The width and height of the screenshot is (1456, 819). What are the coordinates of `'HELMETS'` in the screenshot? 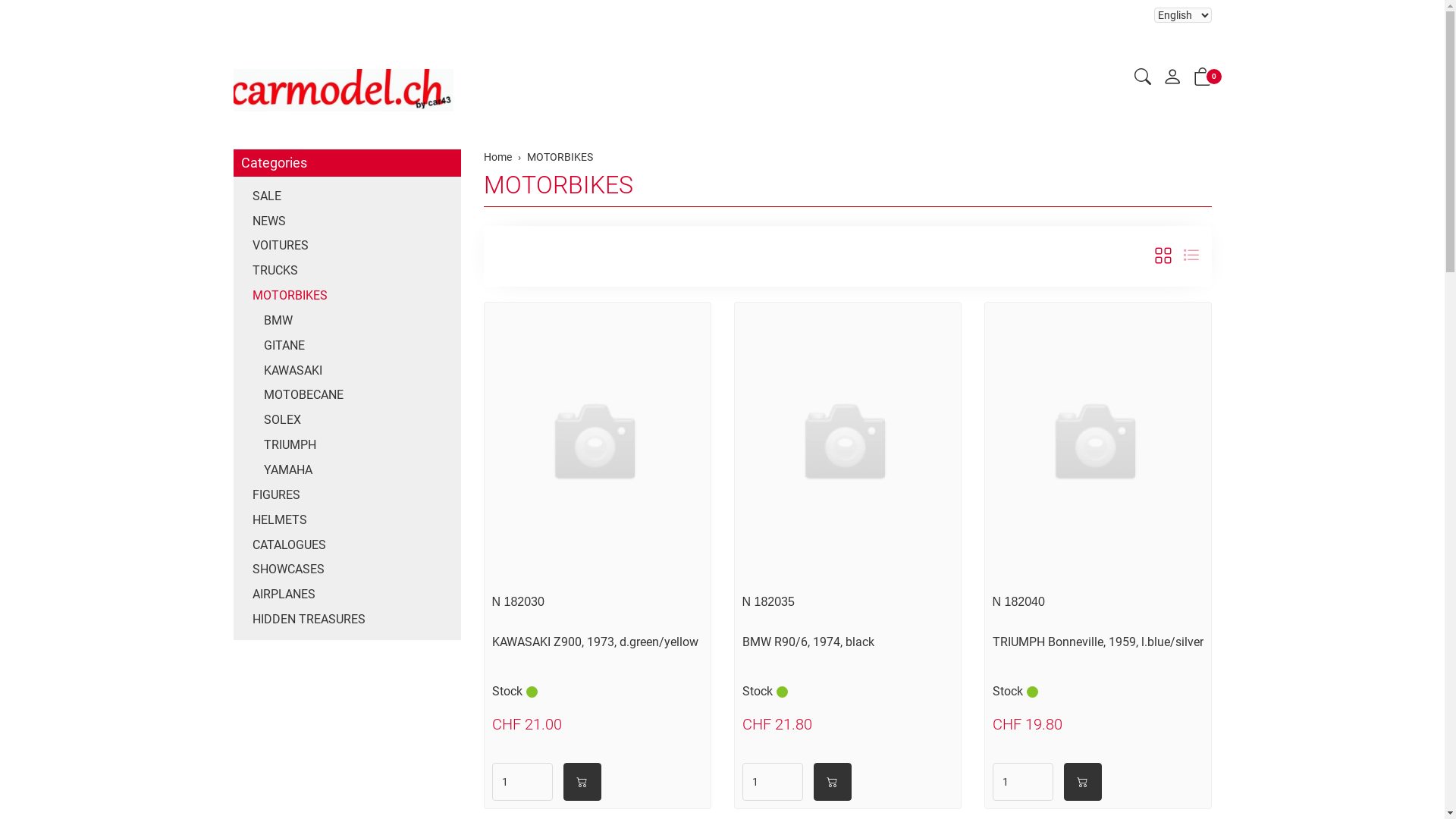 It's located at (346, 519).